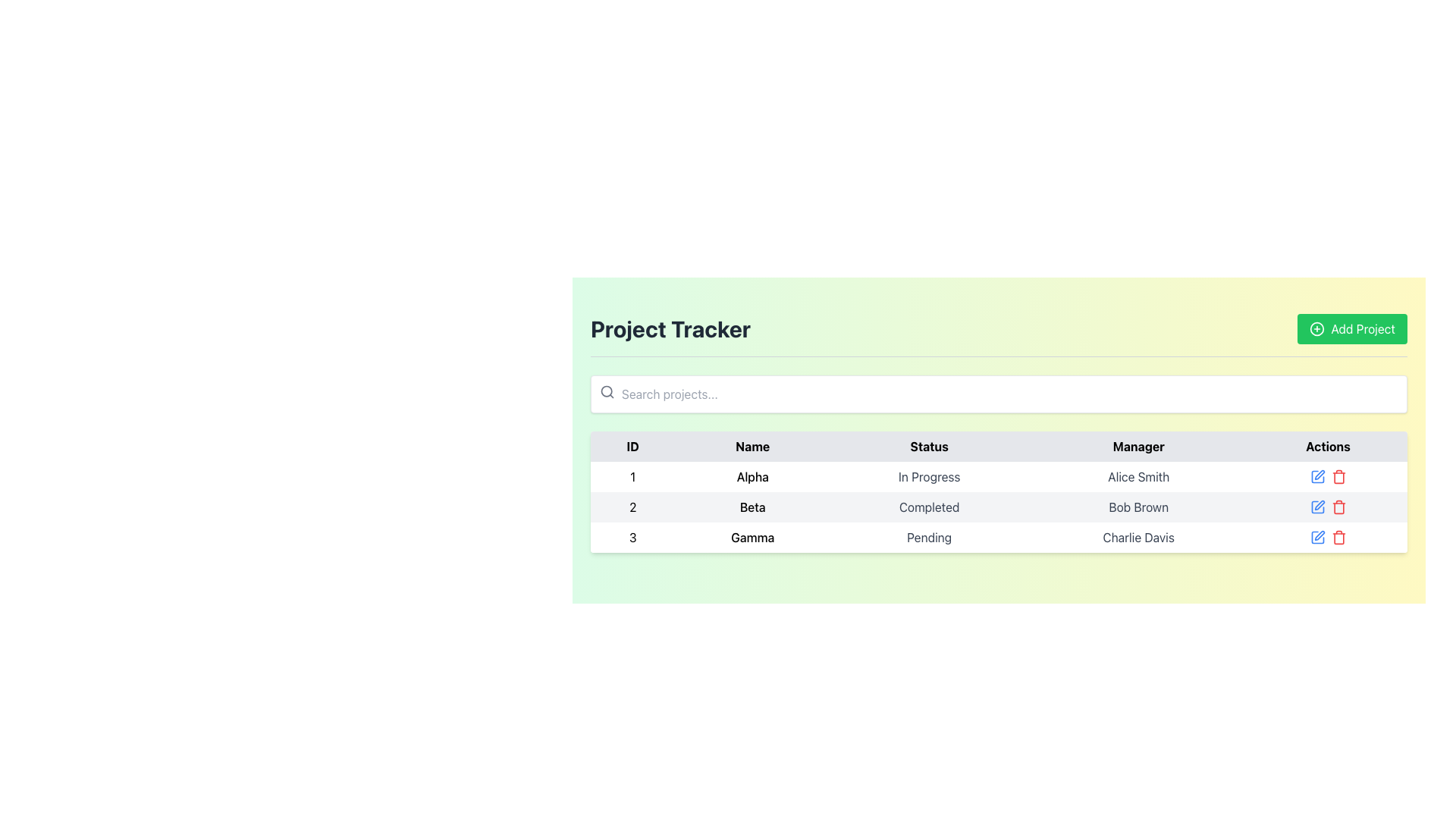  I want to click on the text present in the first data row of the table, which is configured for ID '1', so click(999, 475).